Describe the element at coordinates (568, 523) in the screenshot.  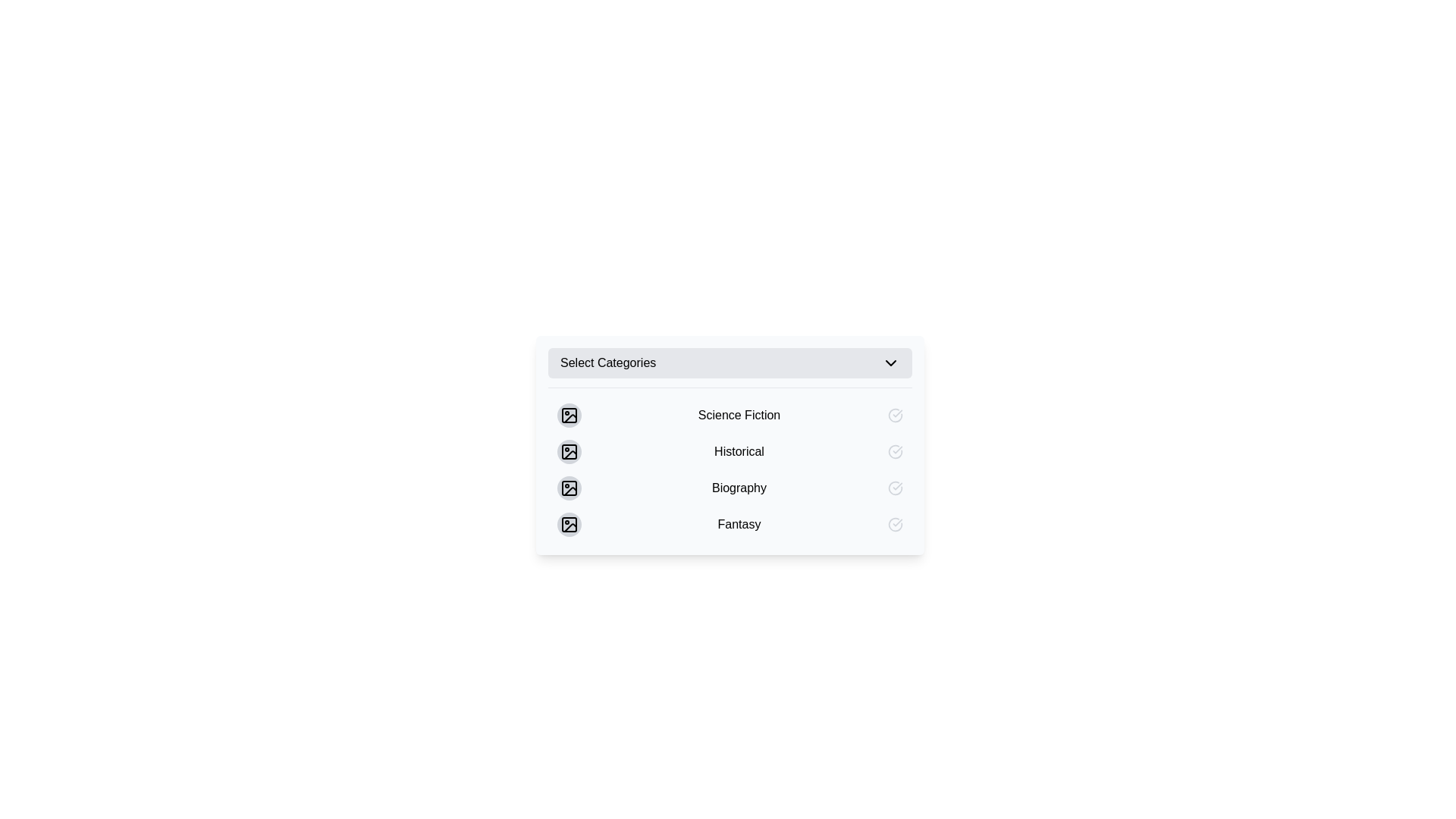
I see `the photo frame icon with a sun and mountain symbol, which is the last` at that location.